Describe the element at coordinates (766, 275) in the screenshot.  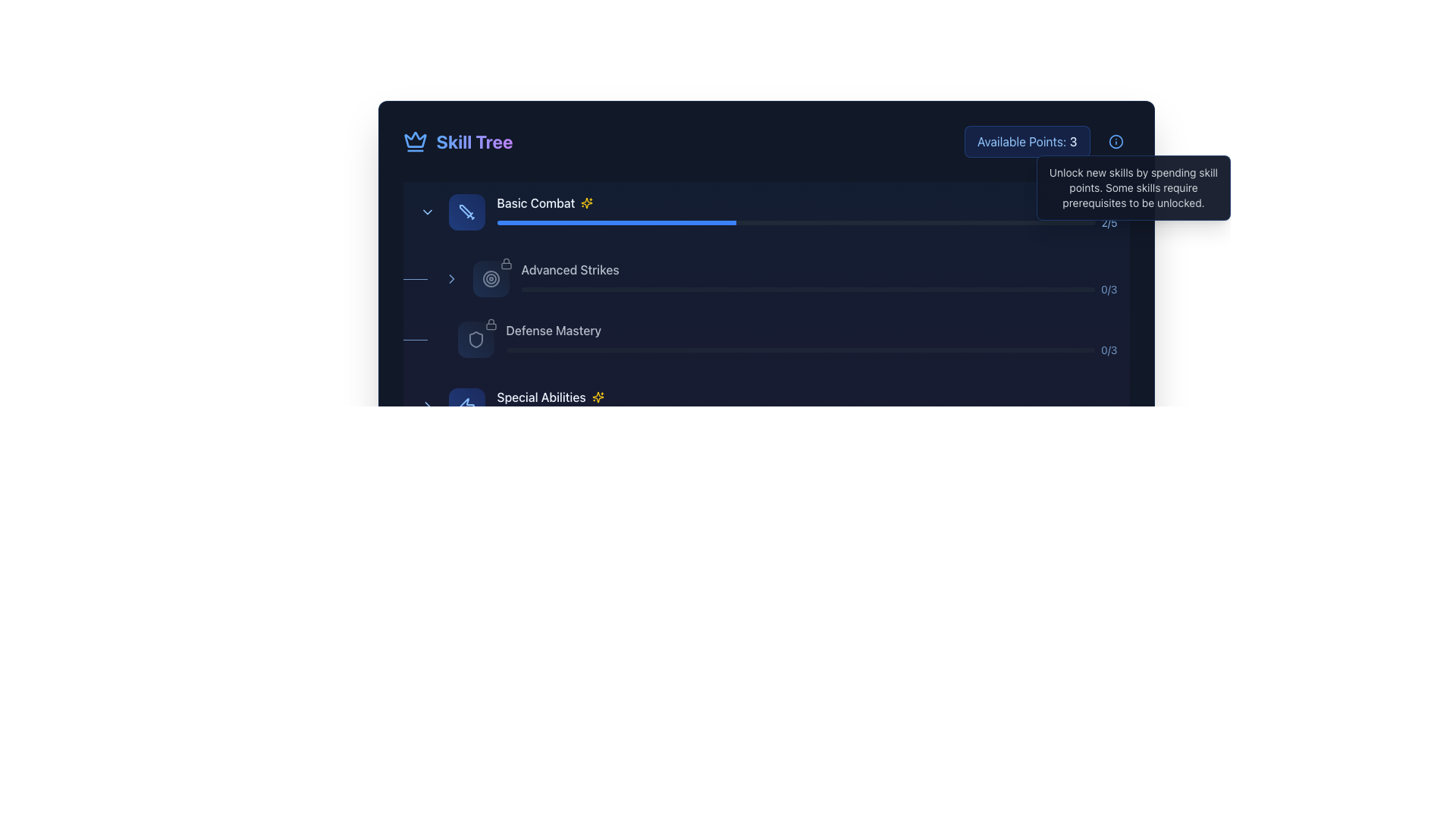
I see `the second skill category item in the skills section under 'Basic Combat'` at that location.